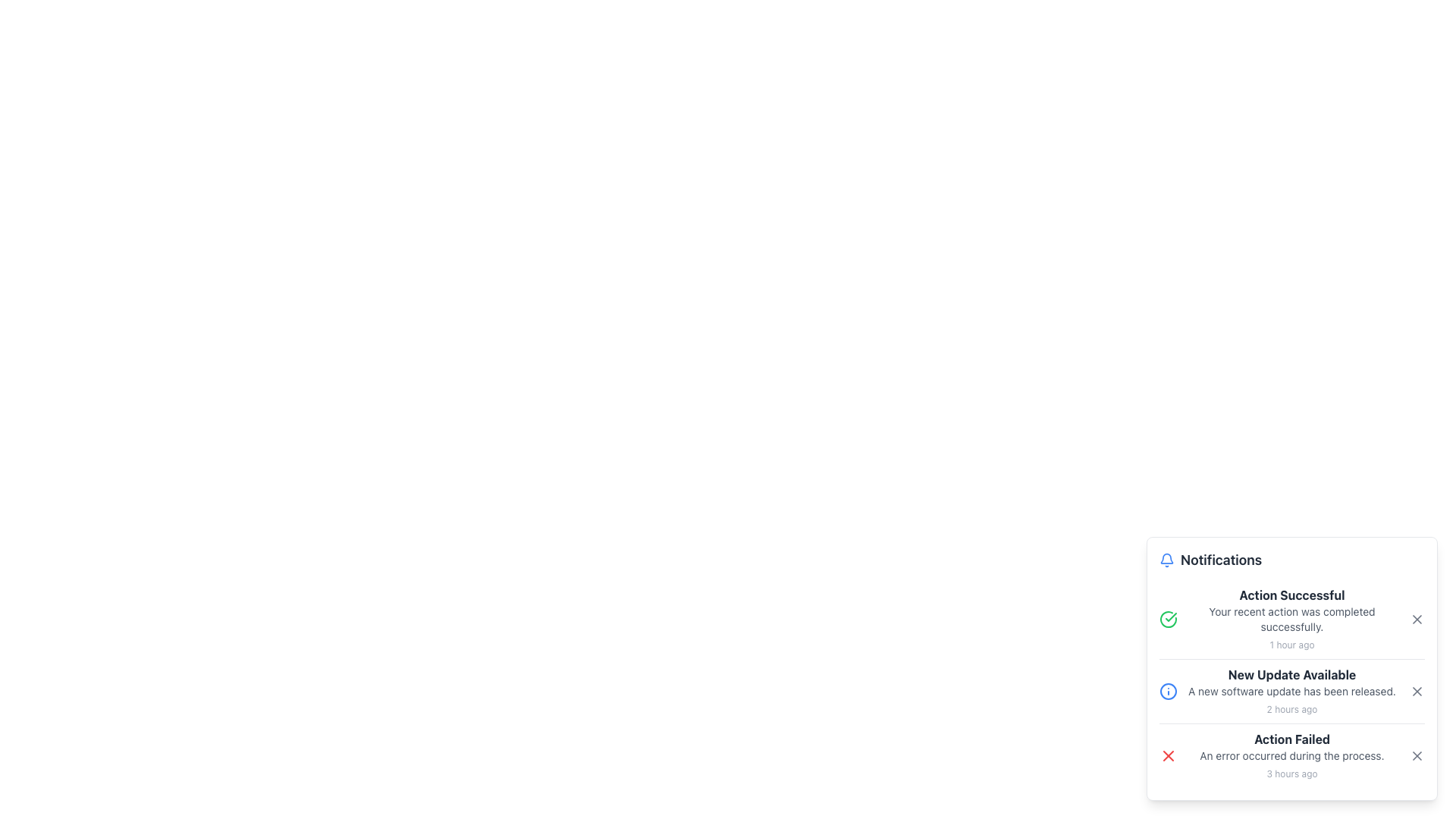 This screenshot has width=1456, height=819. What do you see at coordinates (1166, 560) in the screenshot?
I see `the blue bell icon located to the left of the 'Notifications' title text in the top-right part of the notification section` at bounding box center [1166, 560].